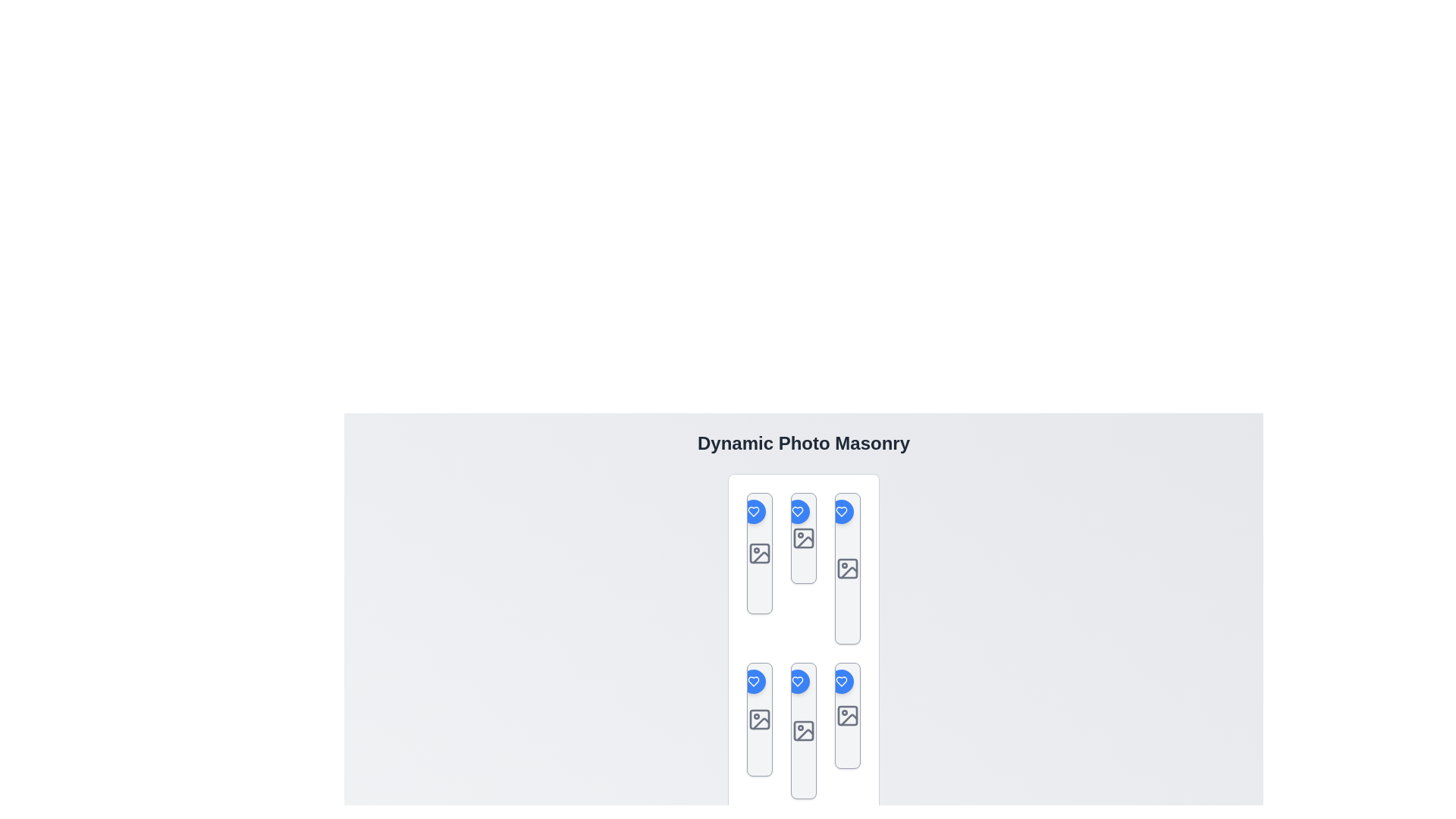 Image resolution: width=1456 pixels, height=819 pixels. What do you see at coordinates (753, 680) in the screenshot?
I see `the circular blue button with a white heart icon located in the top-right corner of the gray card in the second column of the bottom row, for extended interaction options` at bounding box center [753, 680].